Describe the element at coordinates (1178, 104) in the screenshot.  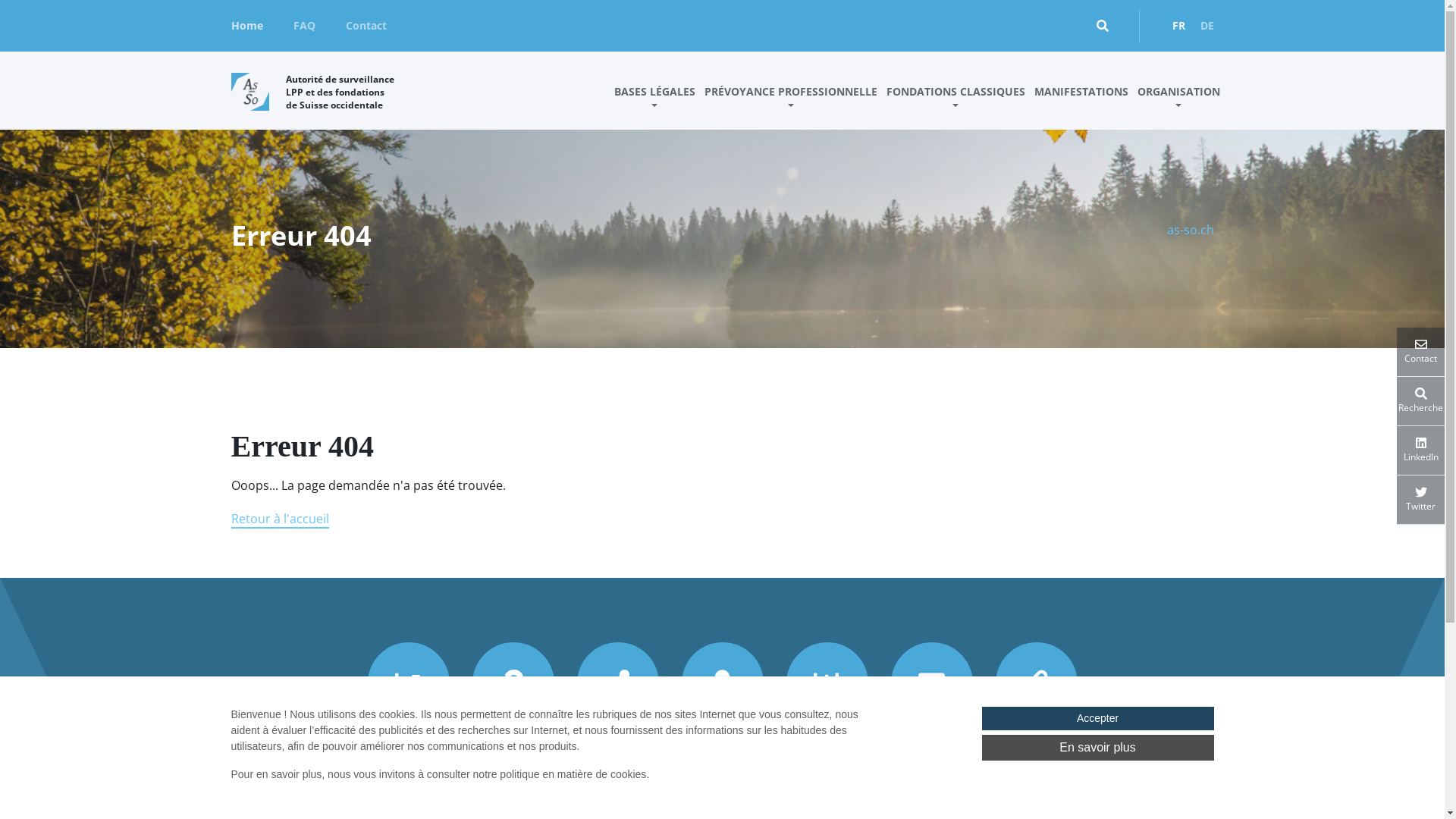
I see `'ORGANISATION'` at that location.